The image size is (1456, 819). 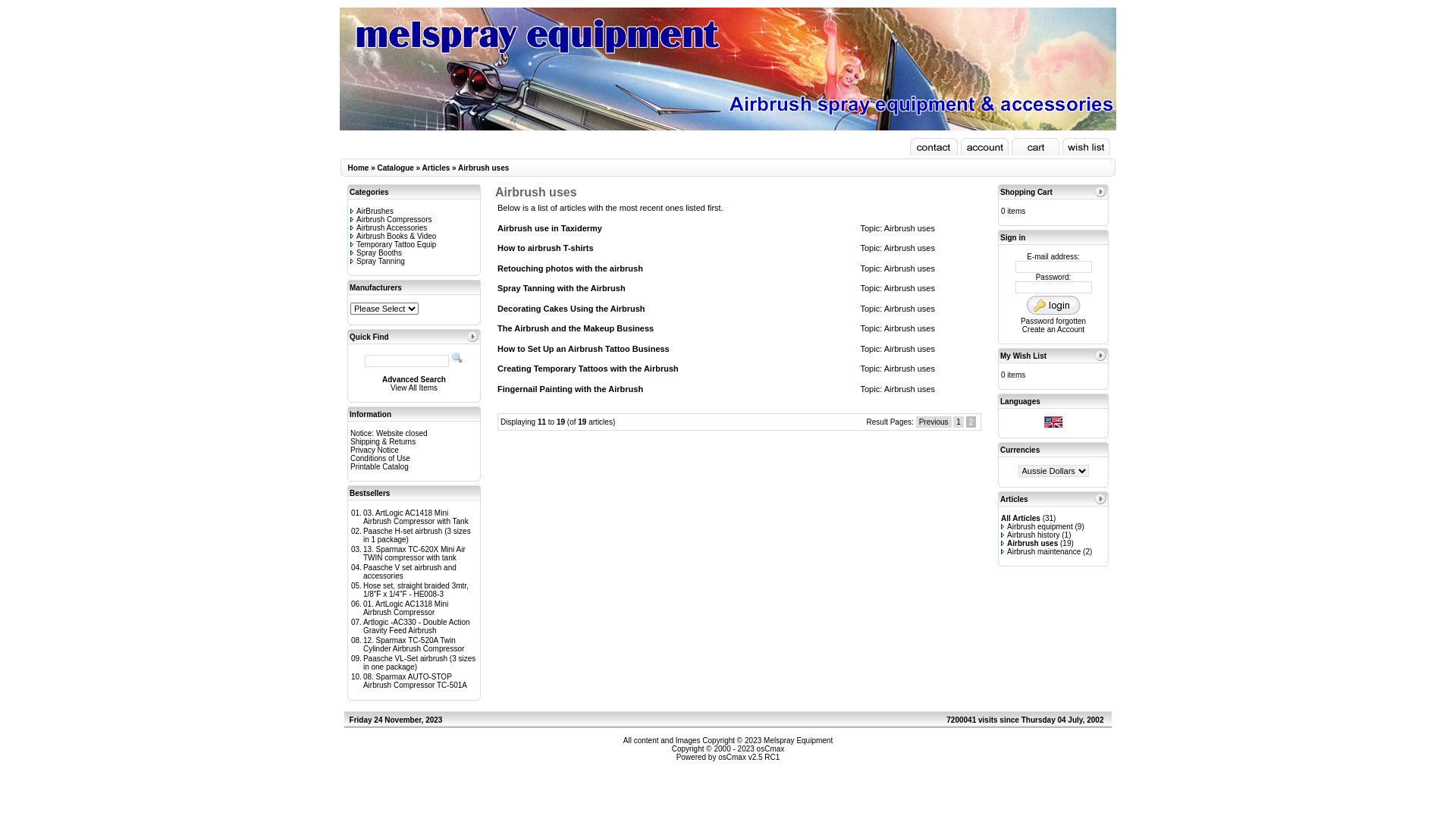 I want to click on 'Airbrush use in Taxidermy', so click(x=548, y=227).